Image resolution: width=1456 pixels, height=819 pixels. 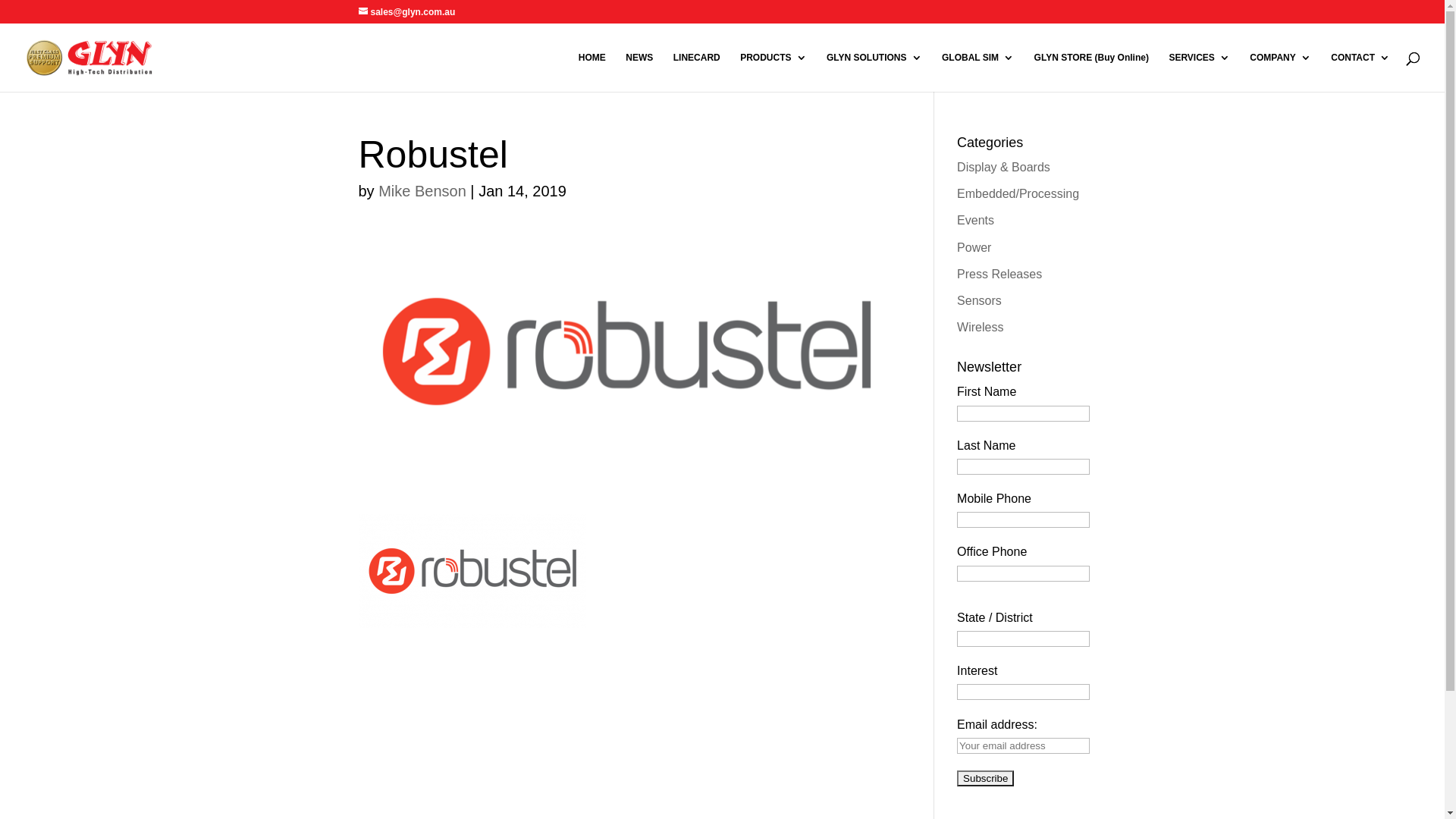 I want to click on 'SERVICES', so click(x=1197, y=72).